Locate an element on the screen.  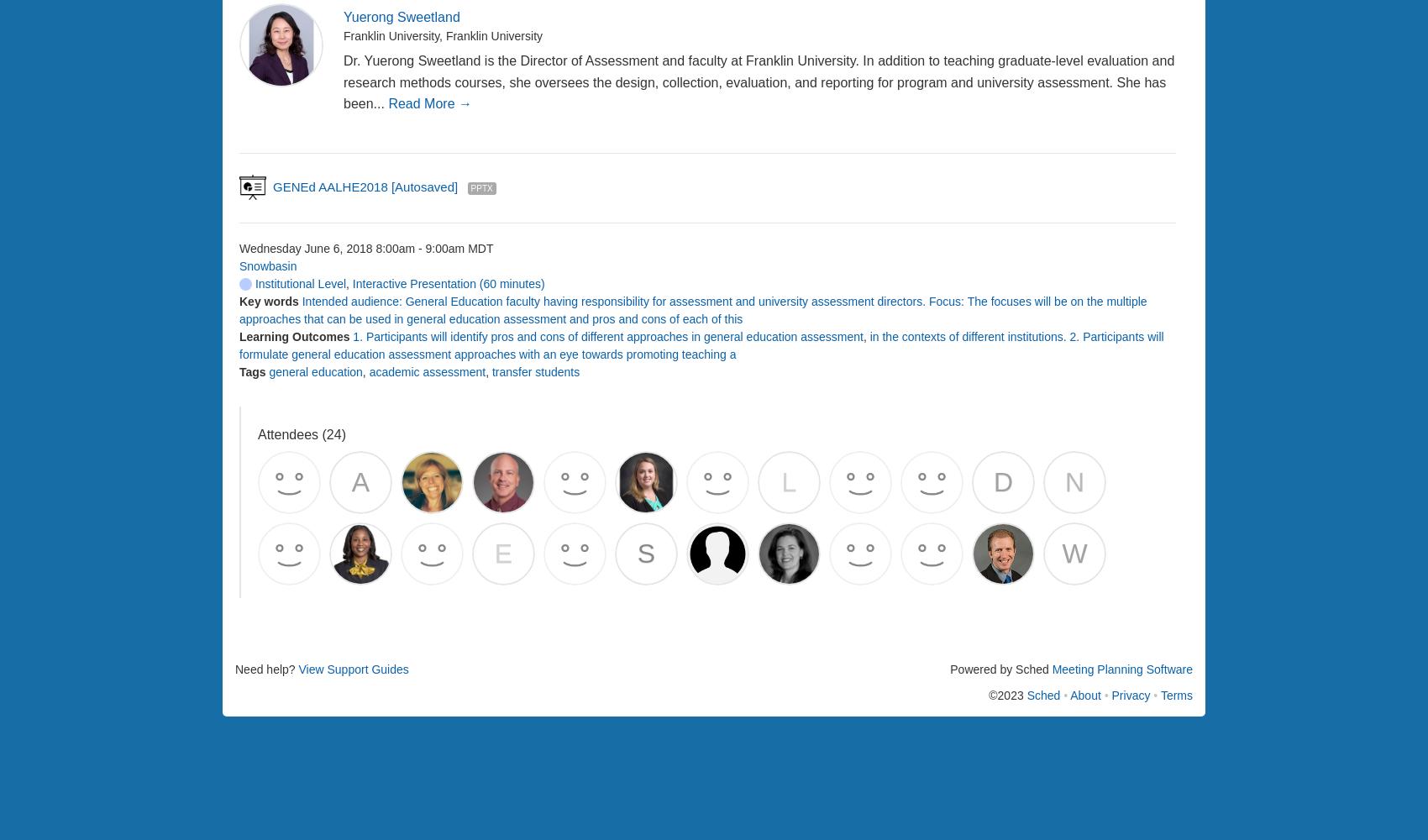
'Institutional Level' is located at coordinates (297, 283).